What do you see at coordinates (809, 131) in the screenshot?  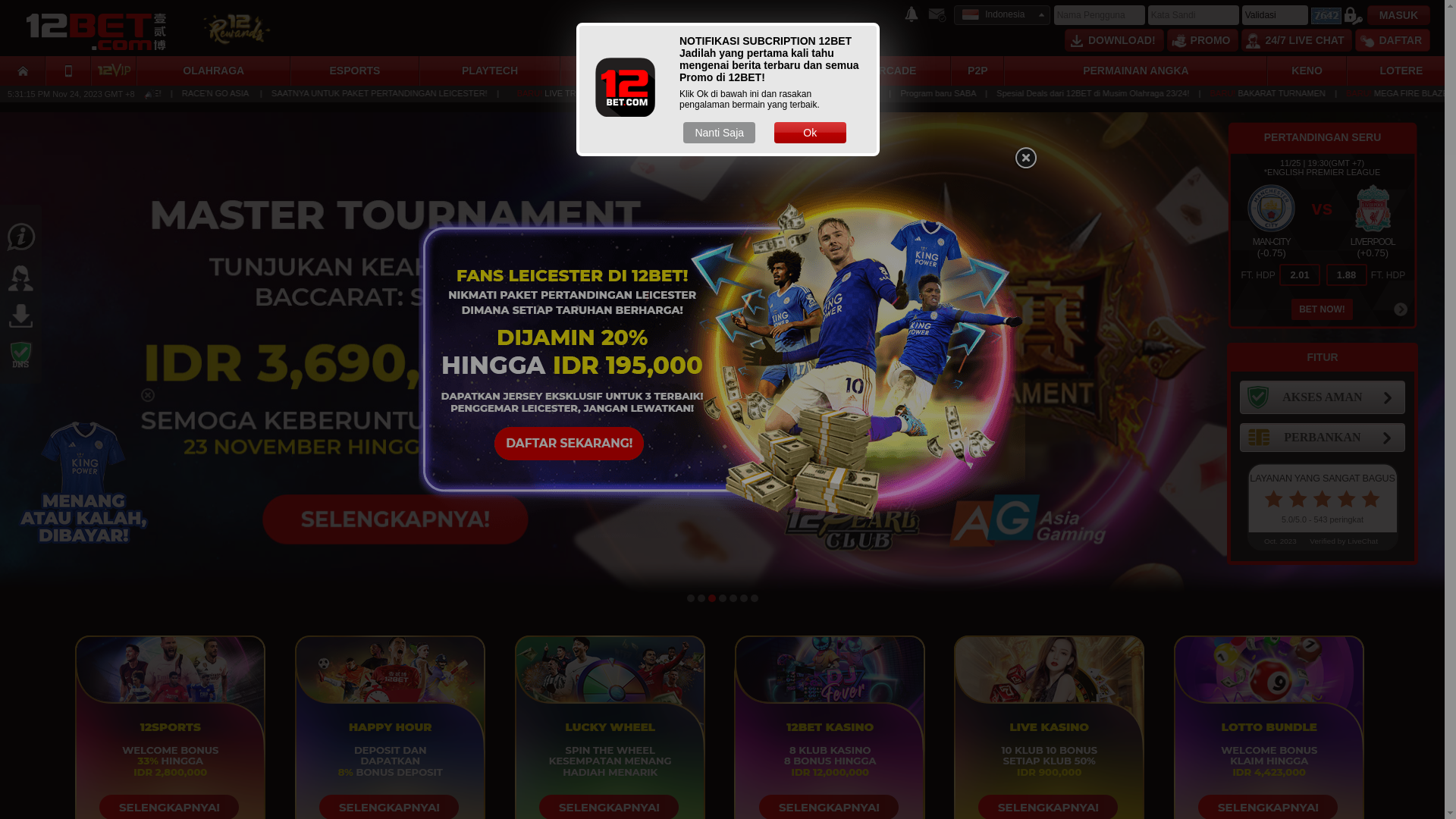 I see `'Ok'` at bounding box center [809, 131].